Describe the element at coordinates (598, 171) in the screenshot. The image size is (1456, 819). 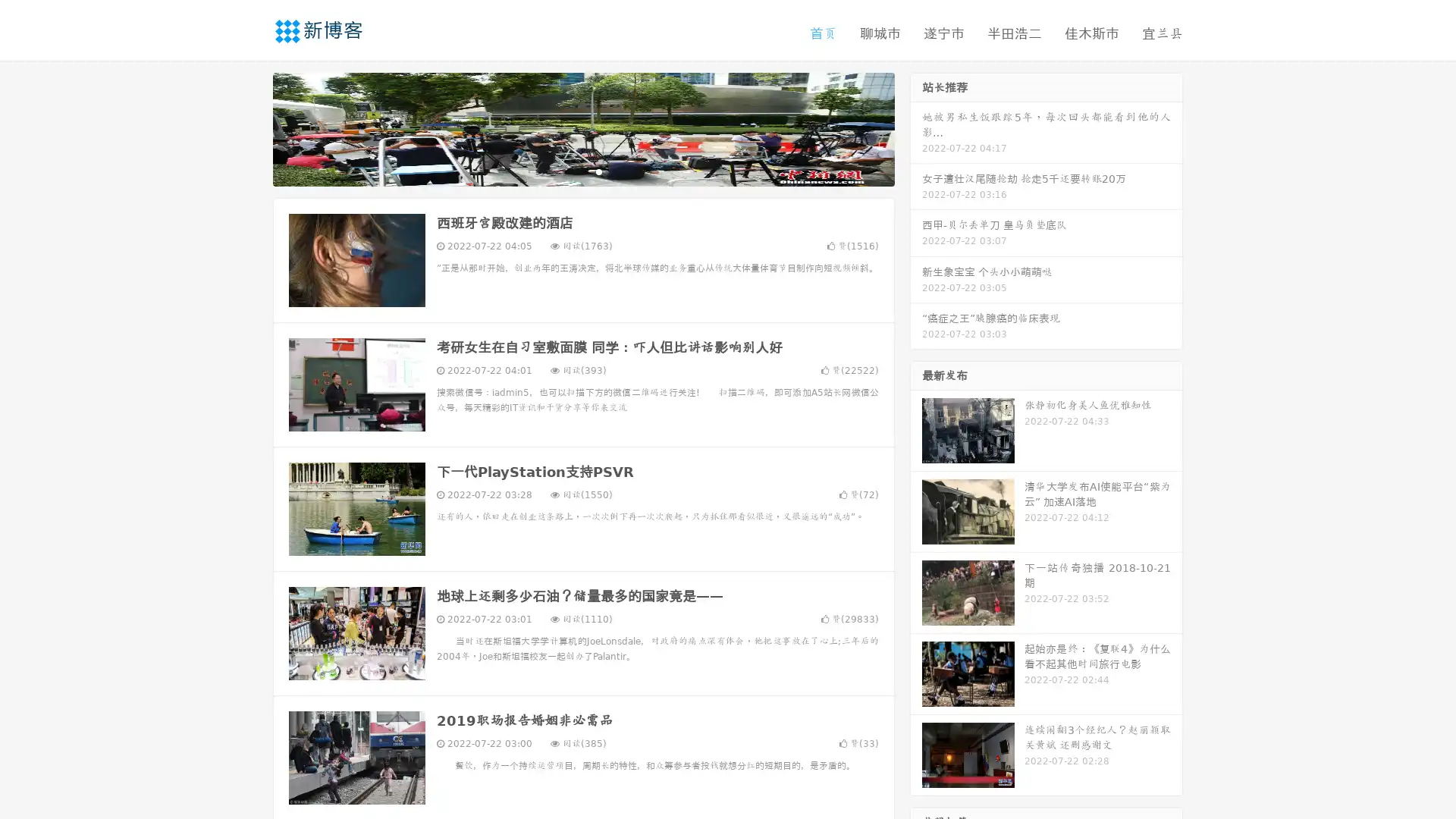
I see `Go to slide 3` at that location.